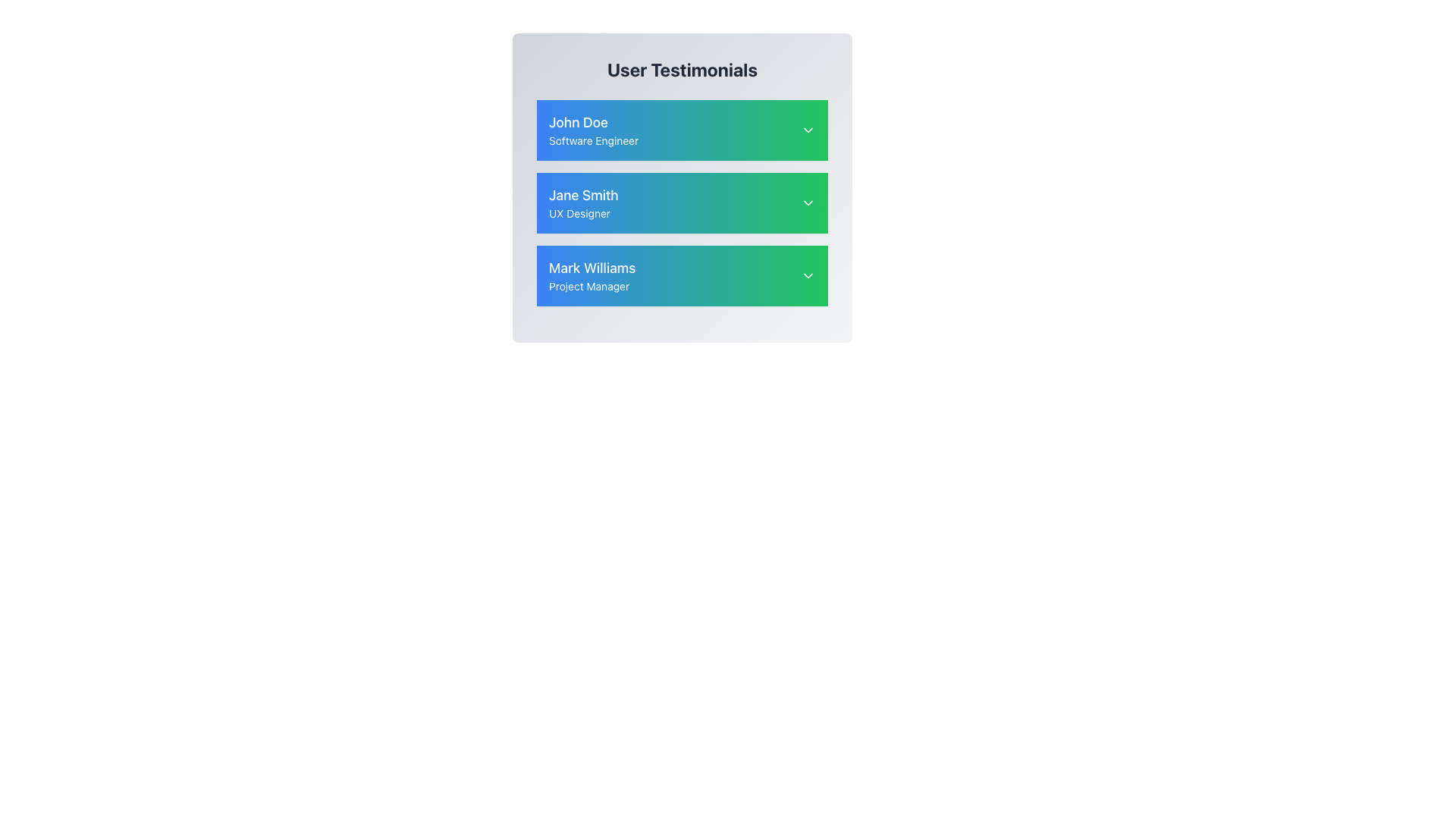 The image size is (1456, 819). I want to click on name and role displayed in the Text Display element located in the 'User Testimonials' section, which is the third entry in a vertically stacked list, so click(591, 275).